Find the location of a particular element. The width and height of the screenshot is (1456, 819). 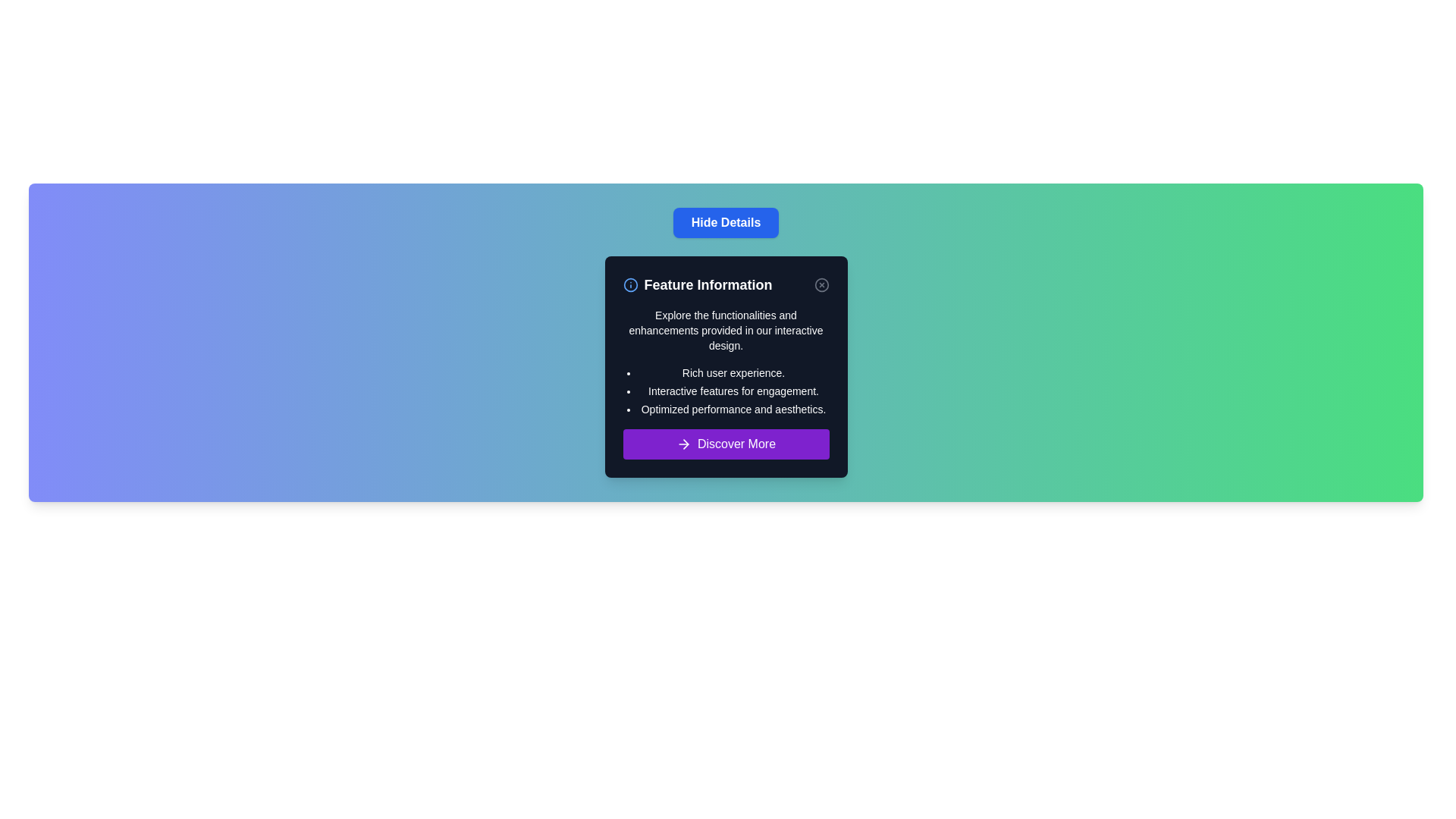

the first bullet point text in the feature information card, located below the title 'Feature Information' is located at coordinates (733, 373).